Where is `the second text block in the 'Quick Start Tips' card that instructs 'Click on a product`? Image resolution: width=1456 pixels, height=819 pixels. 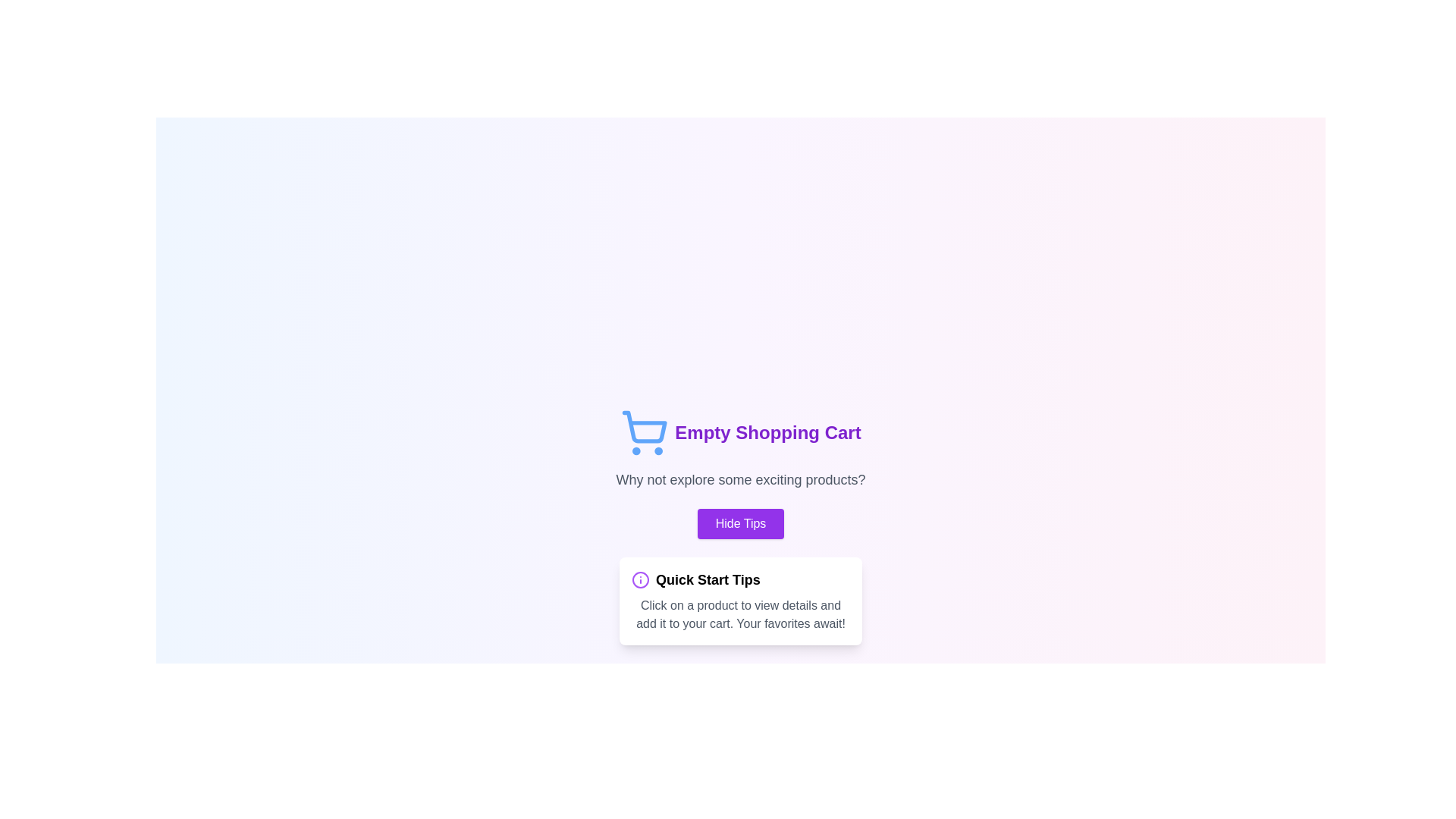 the second text block in the 'Quick Start Tips' card that instructs 'Click on a product is located at coordinates (741, 614).